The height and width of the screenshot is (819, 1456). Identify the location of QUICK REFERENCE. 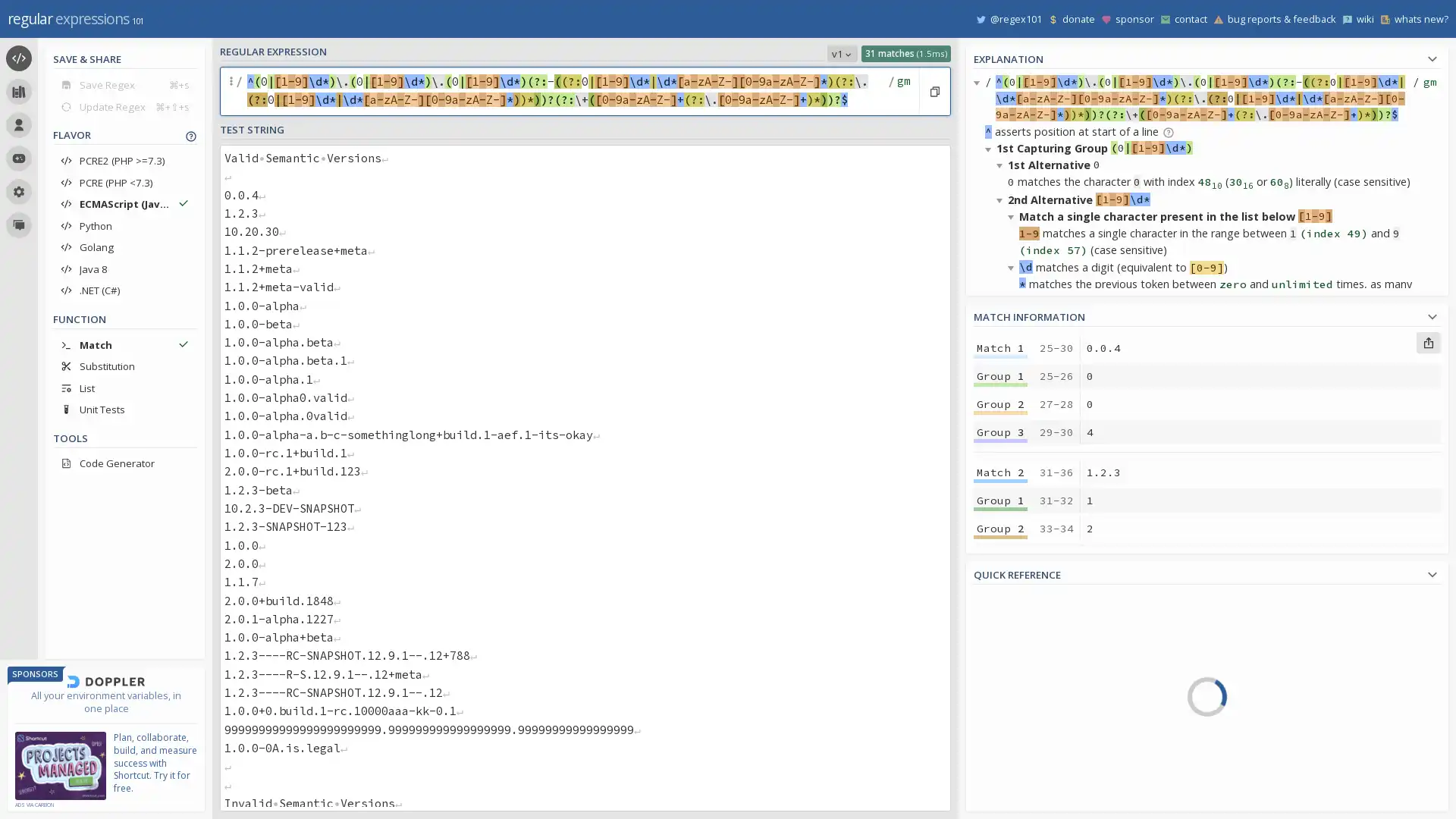
(1207, 573).